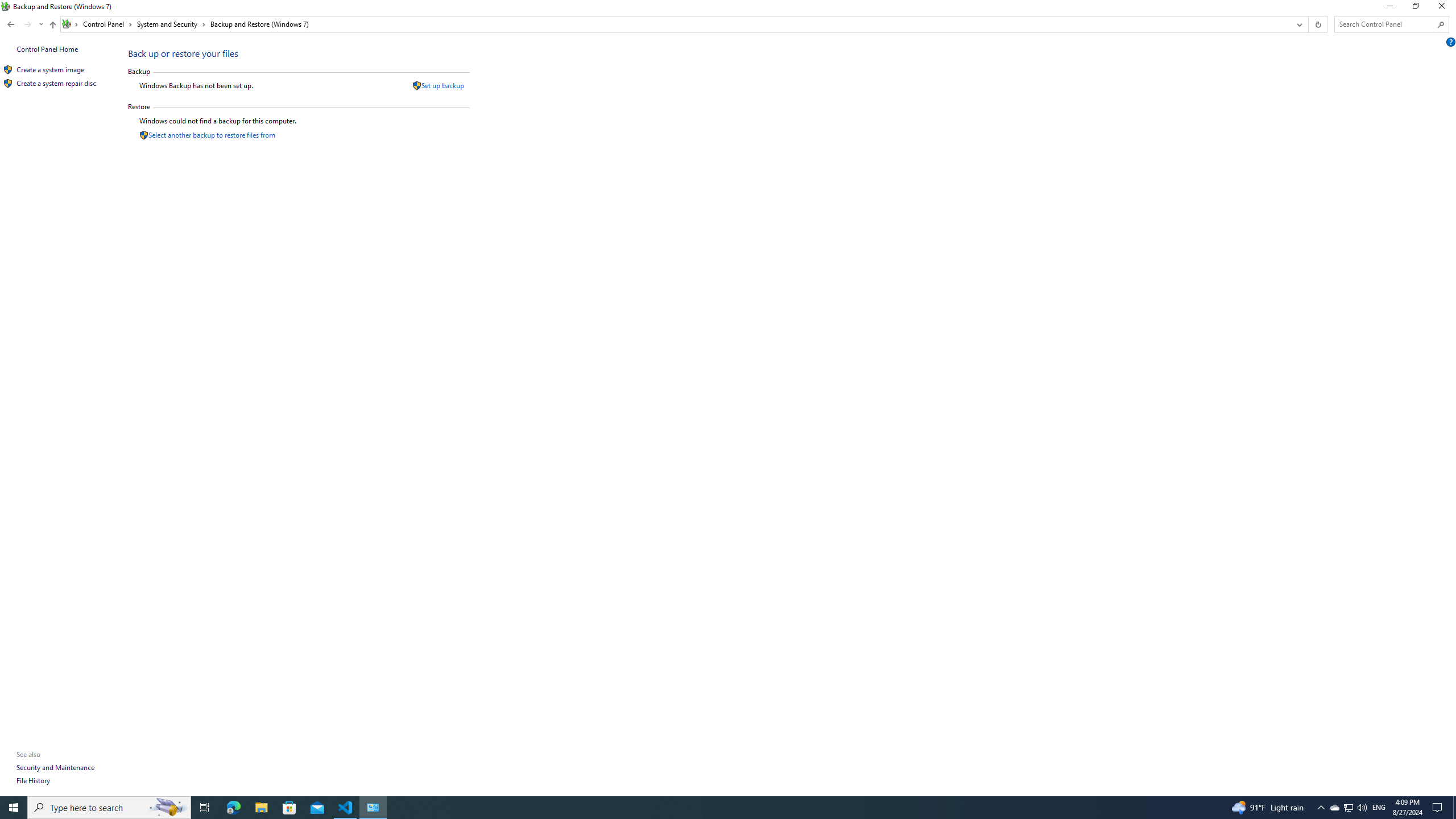  What do you see at coordinates (1444, 9) in the screenshot?
I see `'Close'` at bounding box center [1444, 9].